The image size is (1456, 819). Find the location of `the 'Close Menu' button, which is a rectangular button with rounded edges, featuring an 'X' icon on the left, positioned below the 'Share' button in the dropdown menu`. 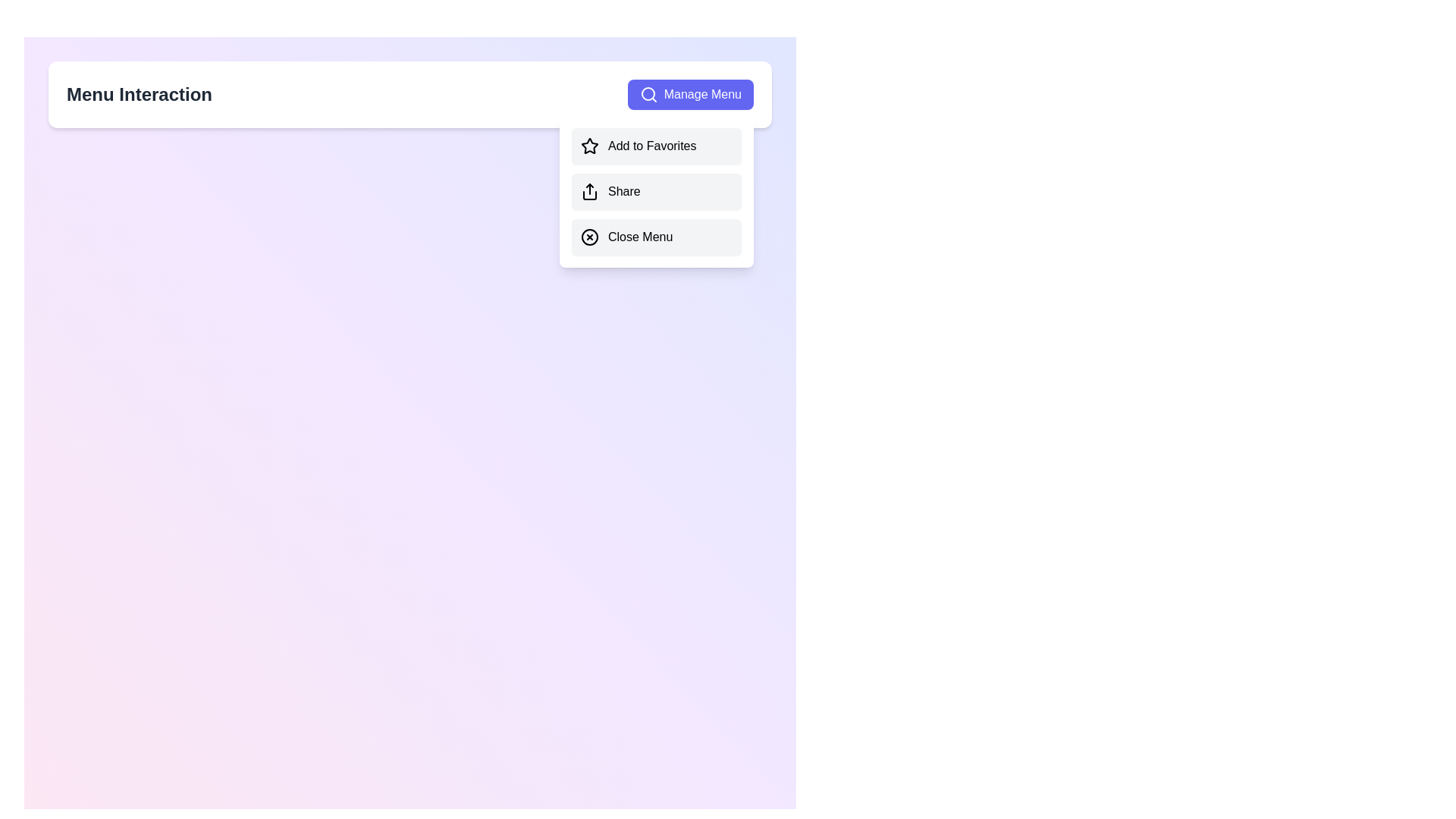

the 'Close Menu' button, which is a rectangular button with rounded edges, featuring an 'X' icon on the left, positioned below the 'Share' button in the dropdown menu is located at coordinates (656, 237).